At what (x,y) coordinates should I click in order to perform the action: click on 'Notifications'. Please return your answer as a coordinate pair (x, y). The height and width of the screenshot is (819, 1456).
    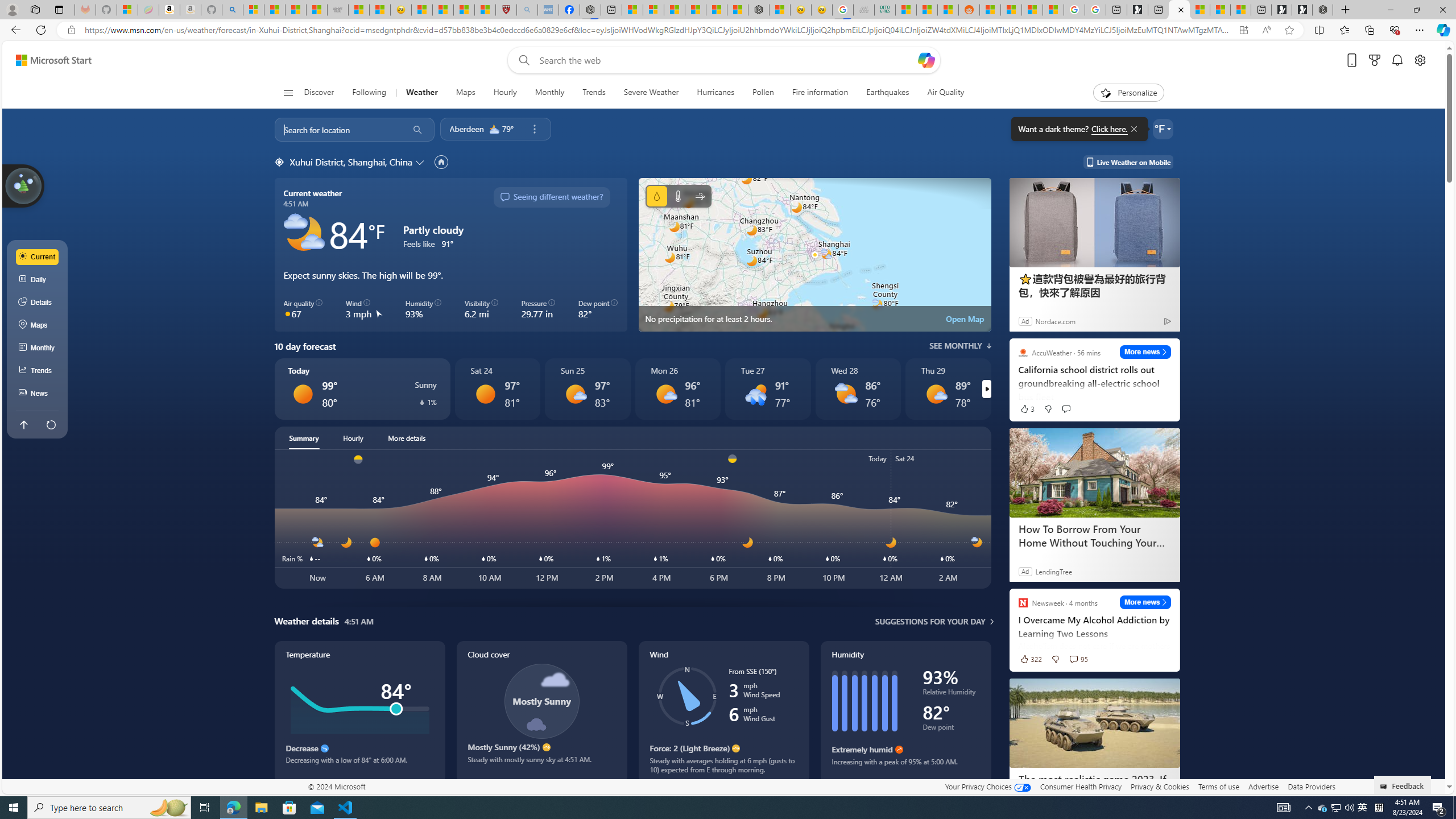
    Looking at the image, I should click on (1397, 60).